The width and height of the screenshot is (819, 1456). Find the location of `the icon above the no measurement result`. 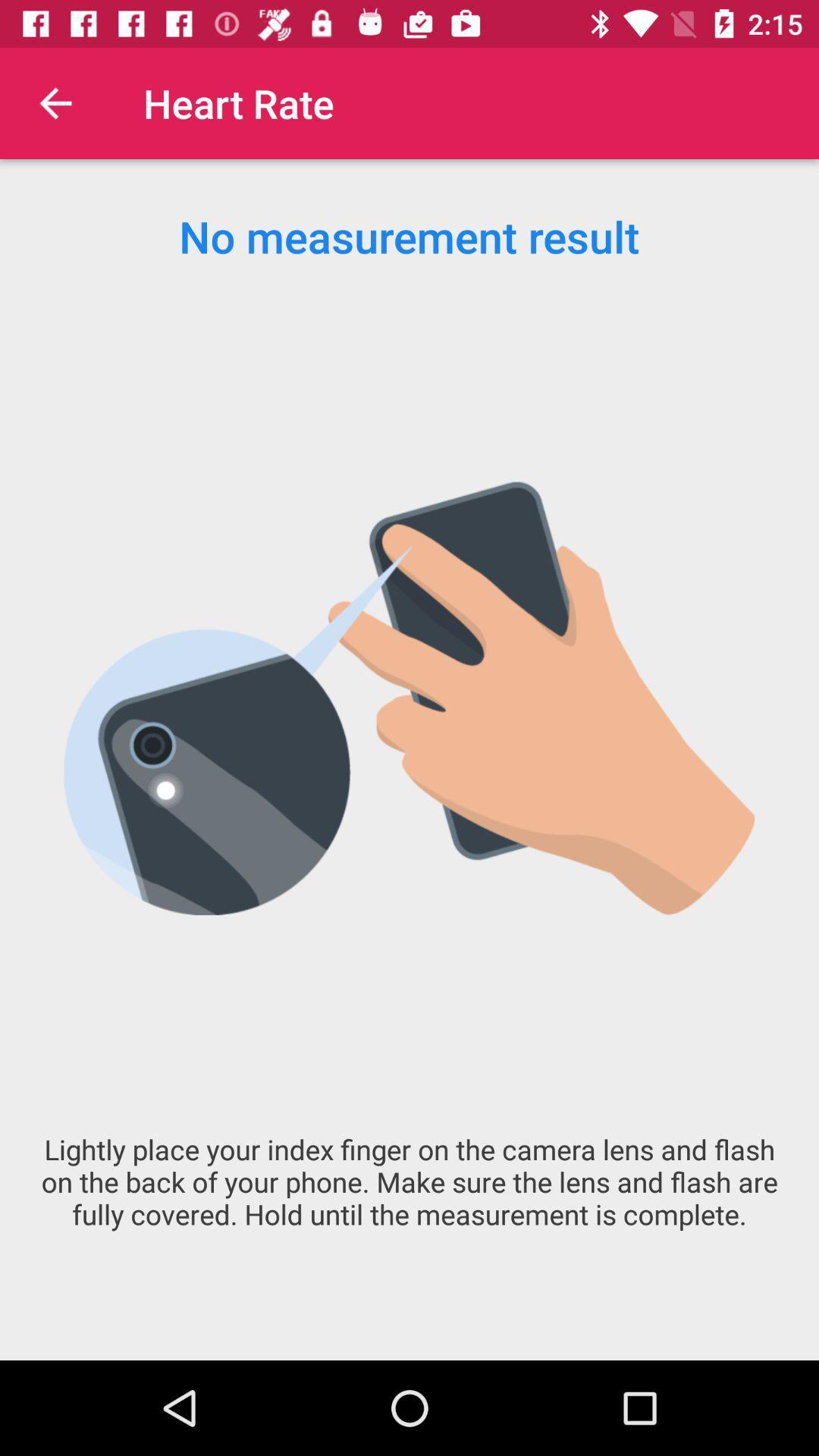

the icon above the no measurement result is located at coordinates (55, 102).